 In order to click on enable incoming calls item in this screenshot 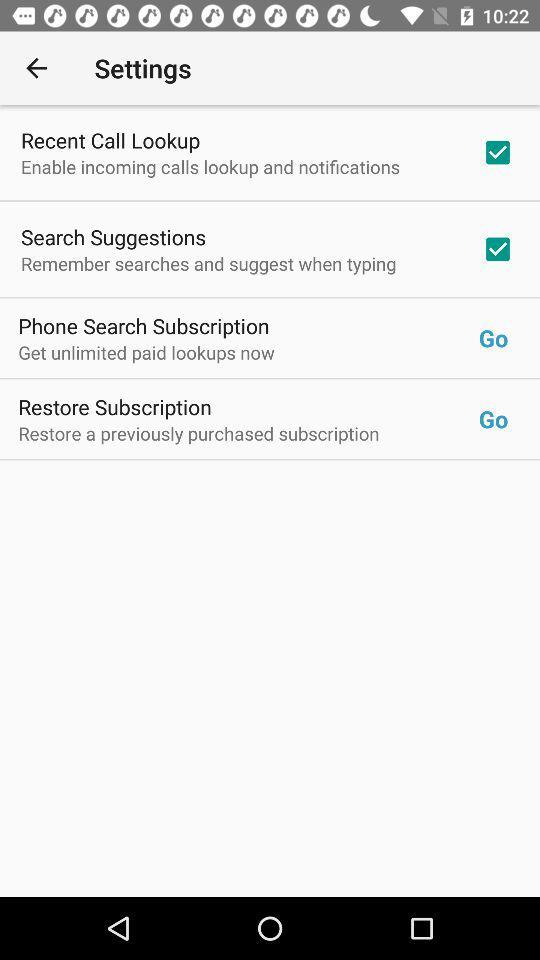, I will do `click(209, 165)`.